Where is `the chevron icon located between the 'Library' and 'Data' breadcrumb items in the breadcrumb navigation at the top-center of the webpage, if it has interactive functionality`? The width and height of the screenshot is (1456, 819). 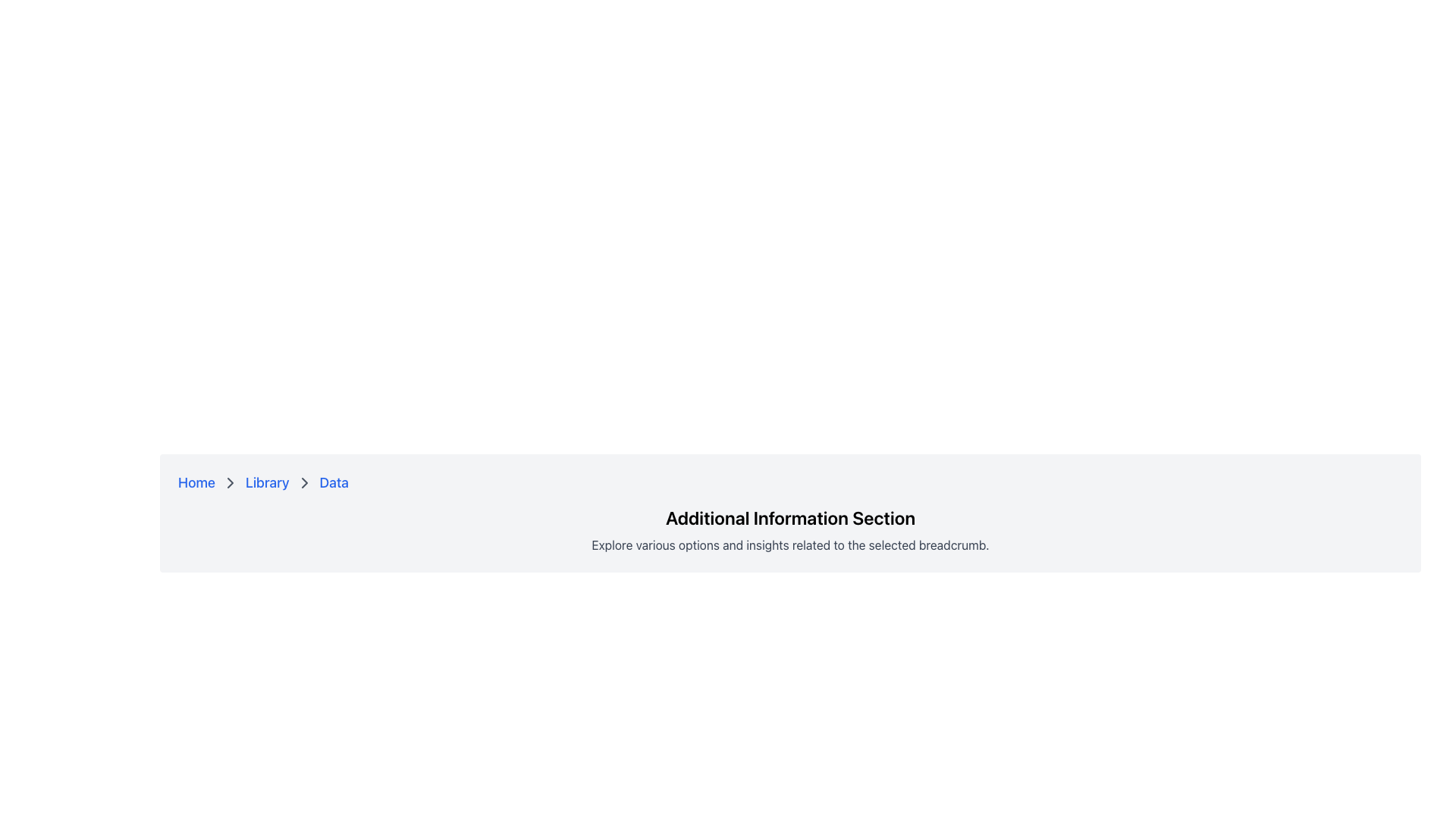 the chevron icon located between the 'Library' and 'Data' breadcrumb items in the breadcrumb navigation at the top-center of the webpage, if it has interactive functionality is located at coordinates (303, 482).